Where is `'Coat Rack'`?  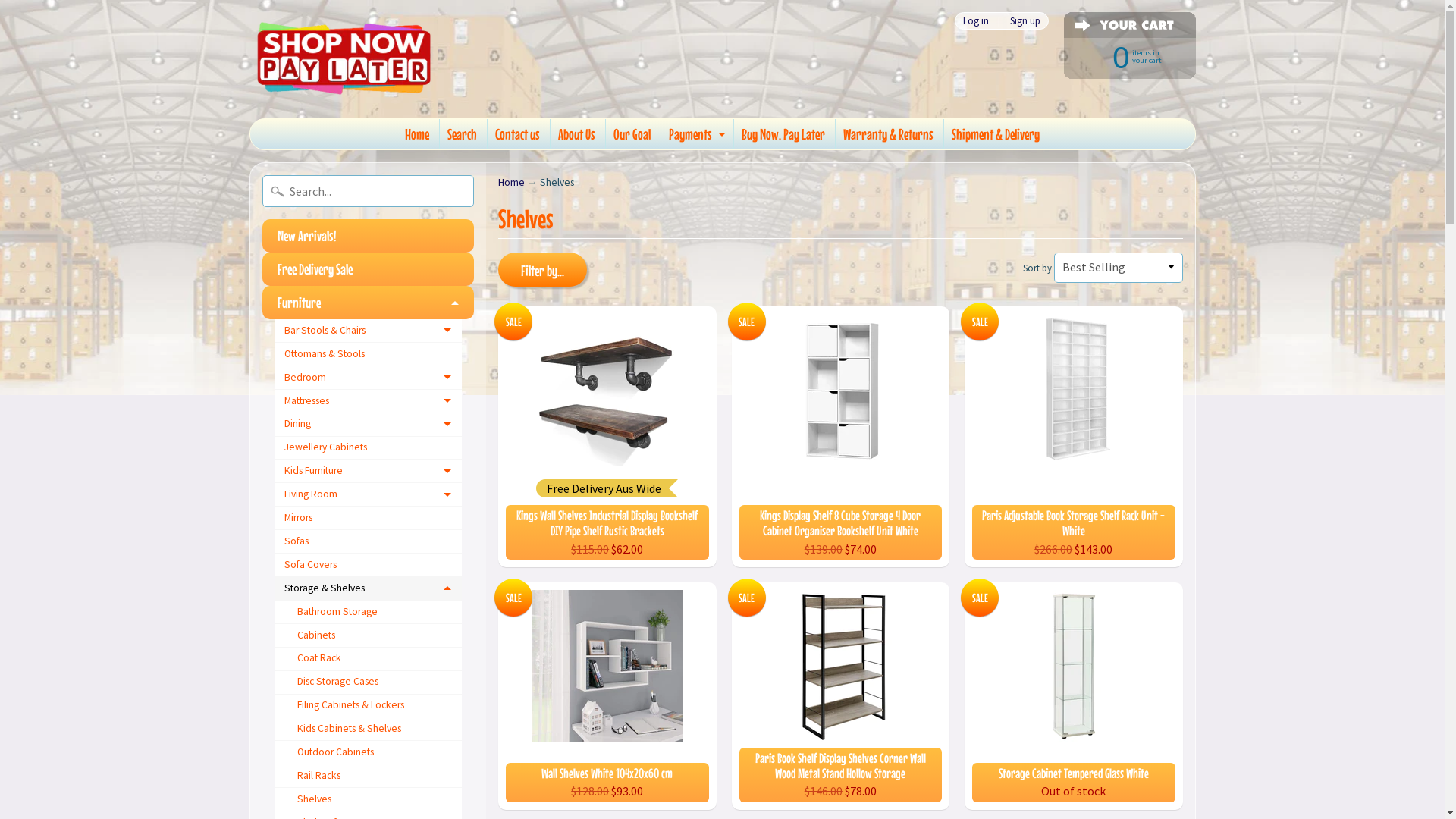
'Coat Rack' is located at coordinates (368, 658).